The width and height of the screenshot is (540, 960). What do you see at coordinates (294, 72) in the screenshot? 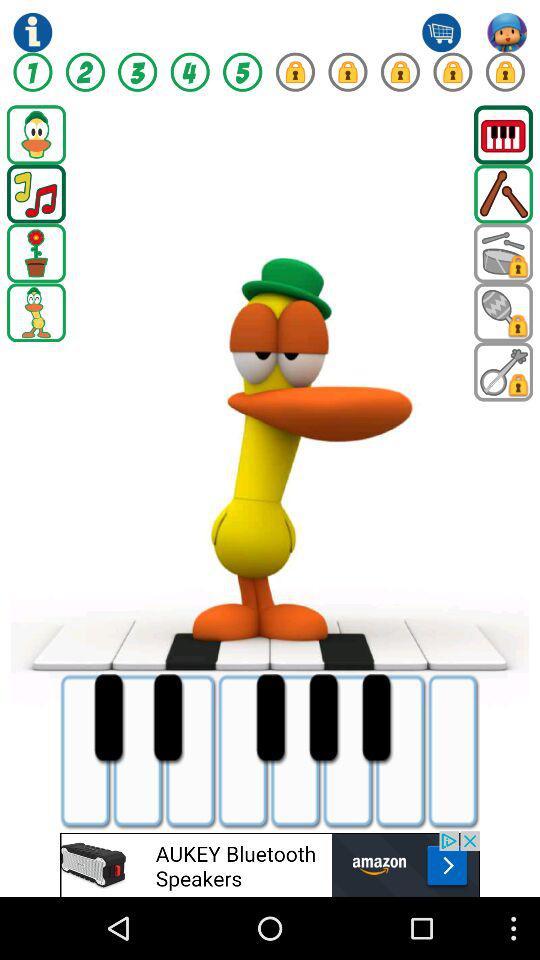
I see `lock better` at bounding box center [294, 72].